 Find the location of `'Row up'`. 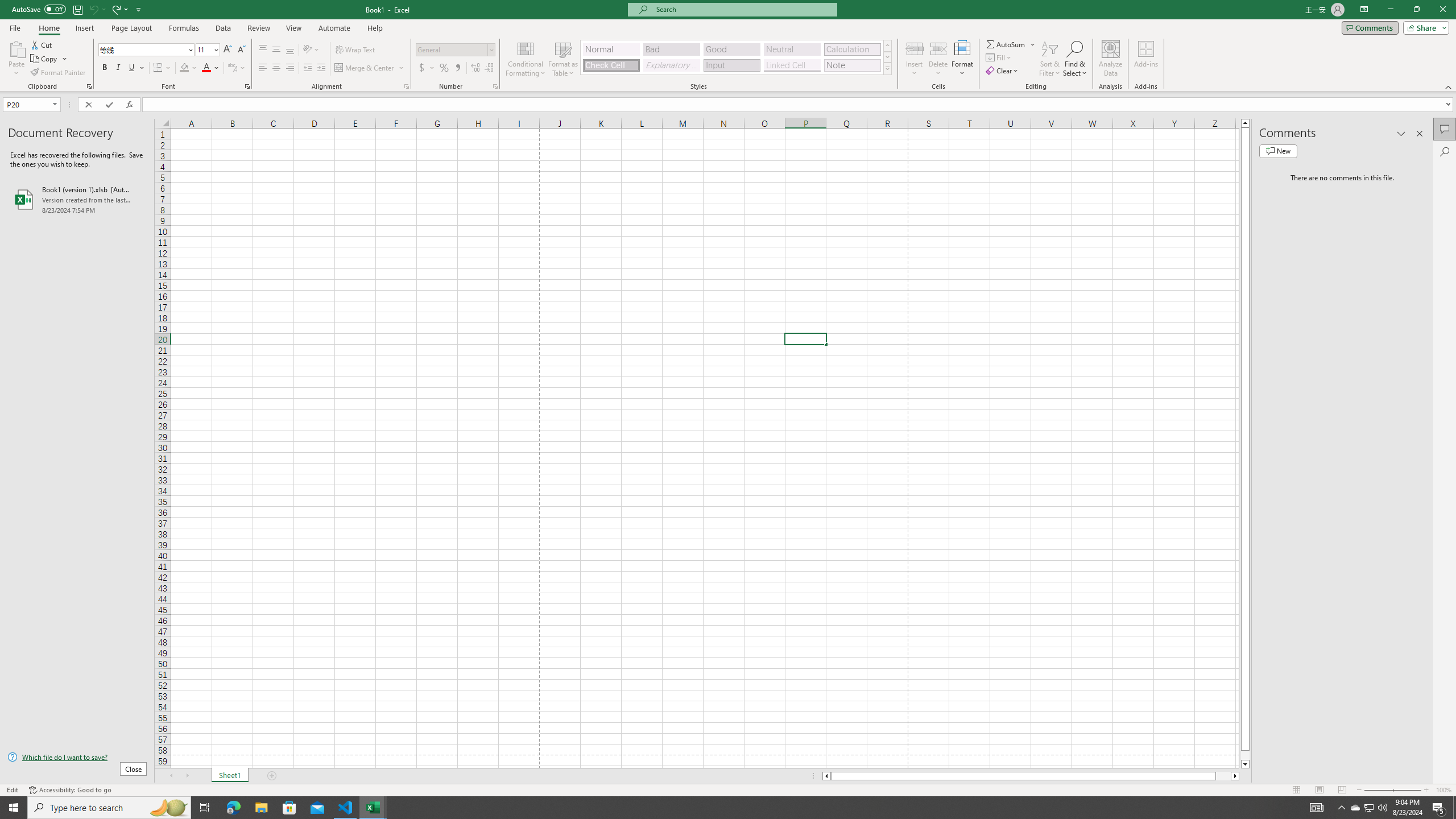

'Row up' is located at coordinates (887, 45).